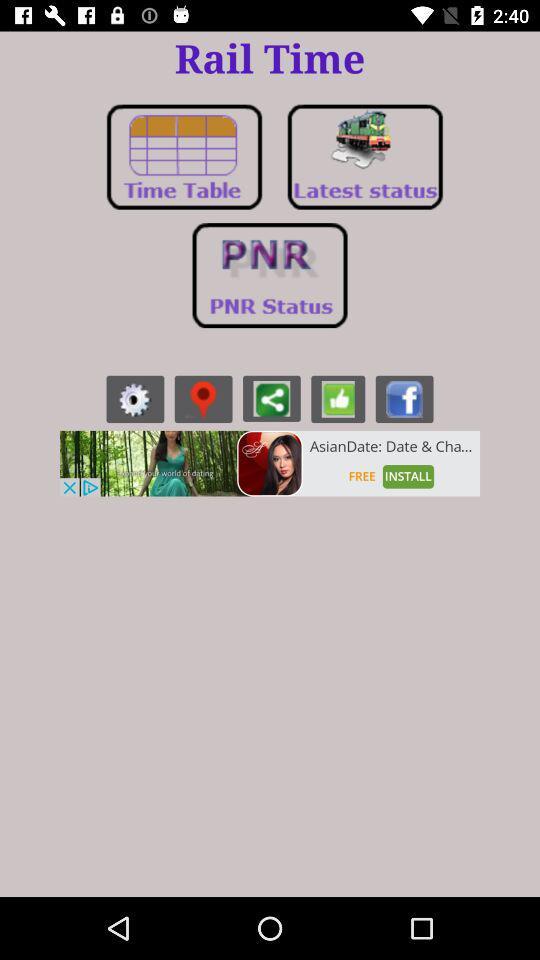 Image resolution: width=540 pixels, height=960 pixels. Describe the element at coordinates (270, 397) in the screenshot. I see `the share icon` at that location.